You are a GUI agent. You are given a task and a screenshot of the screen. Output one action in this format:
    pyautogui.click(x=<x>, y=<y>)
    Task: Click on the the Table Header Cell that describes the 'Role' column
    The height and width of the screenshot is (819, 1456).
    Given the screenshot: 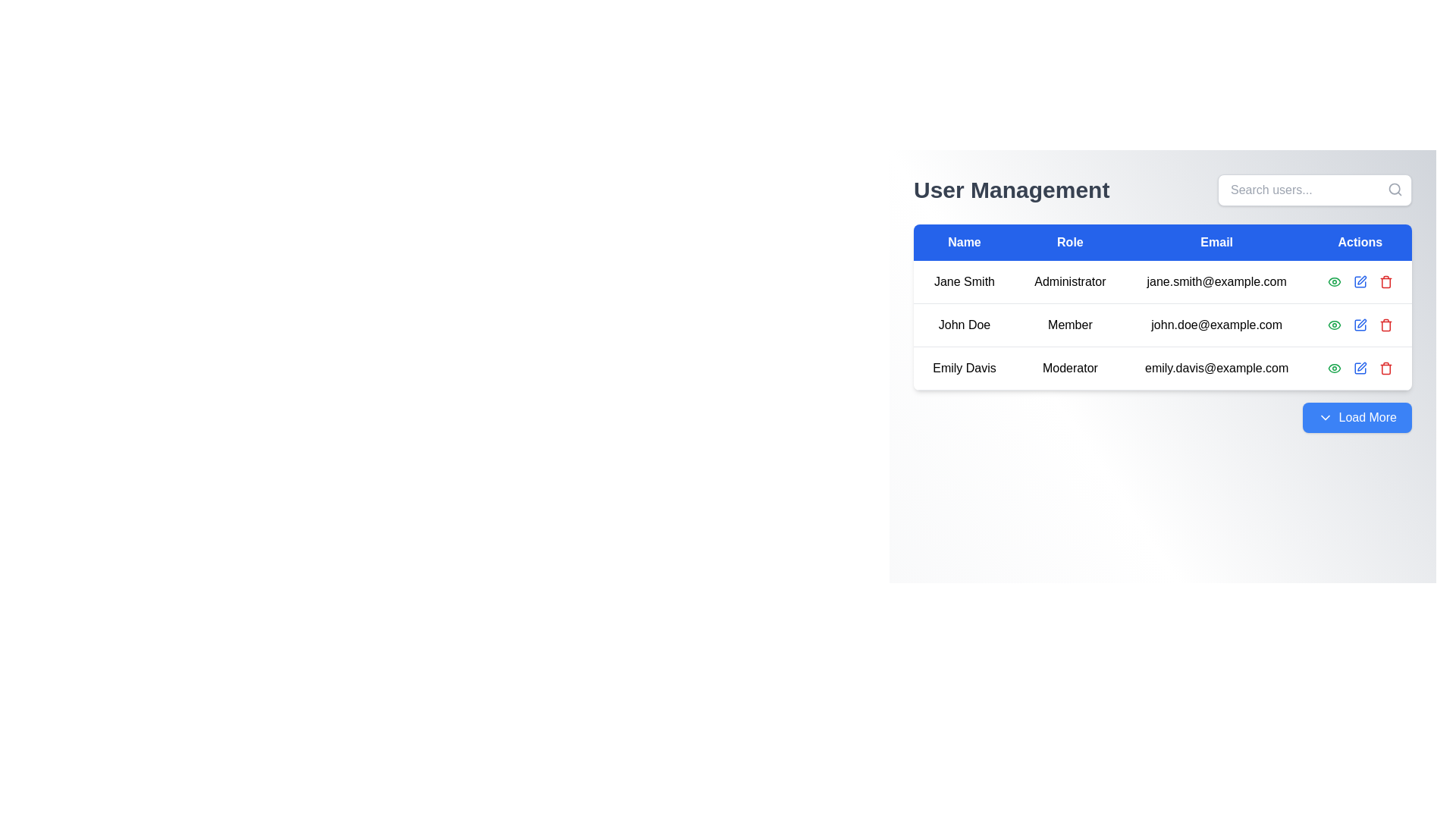 What is the action you would take?
    pyautogui.click(x=1069, y=242)
    